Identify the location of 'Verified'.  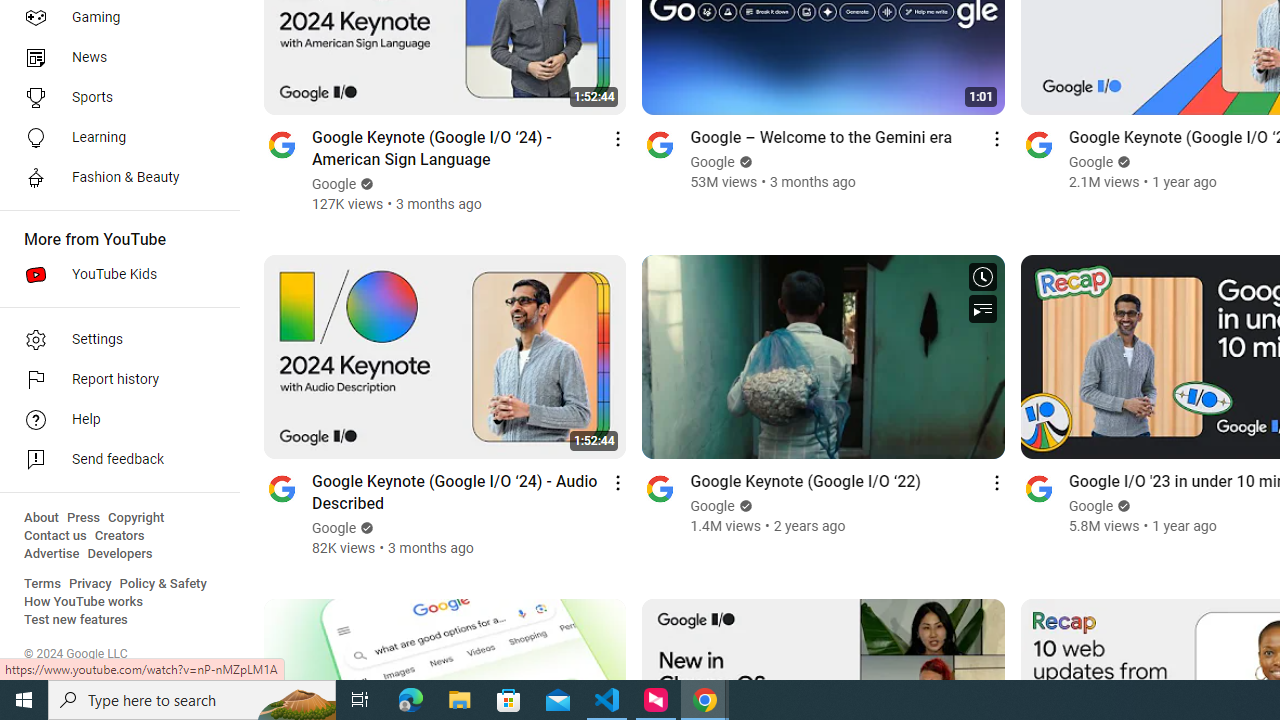
(1122, 505).